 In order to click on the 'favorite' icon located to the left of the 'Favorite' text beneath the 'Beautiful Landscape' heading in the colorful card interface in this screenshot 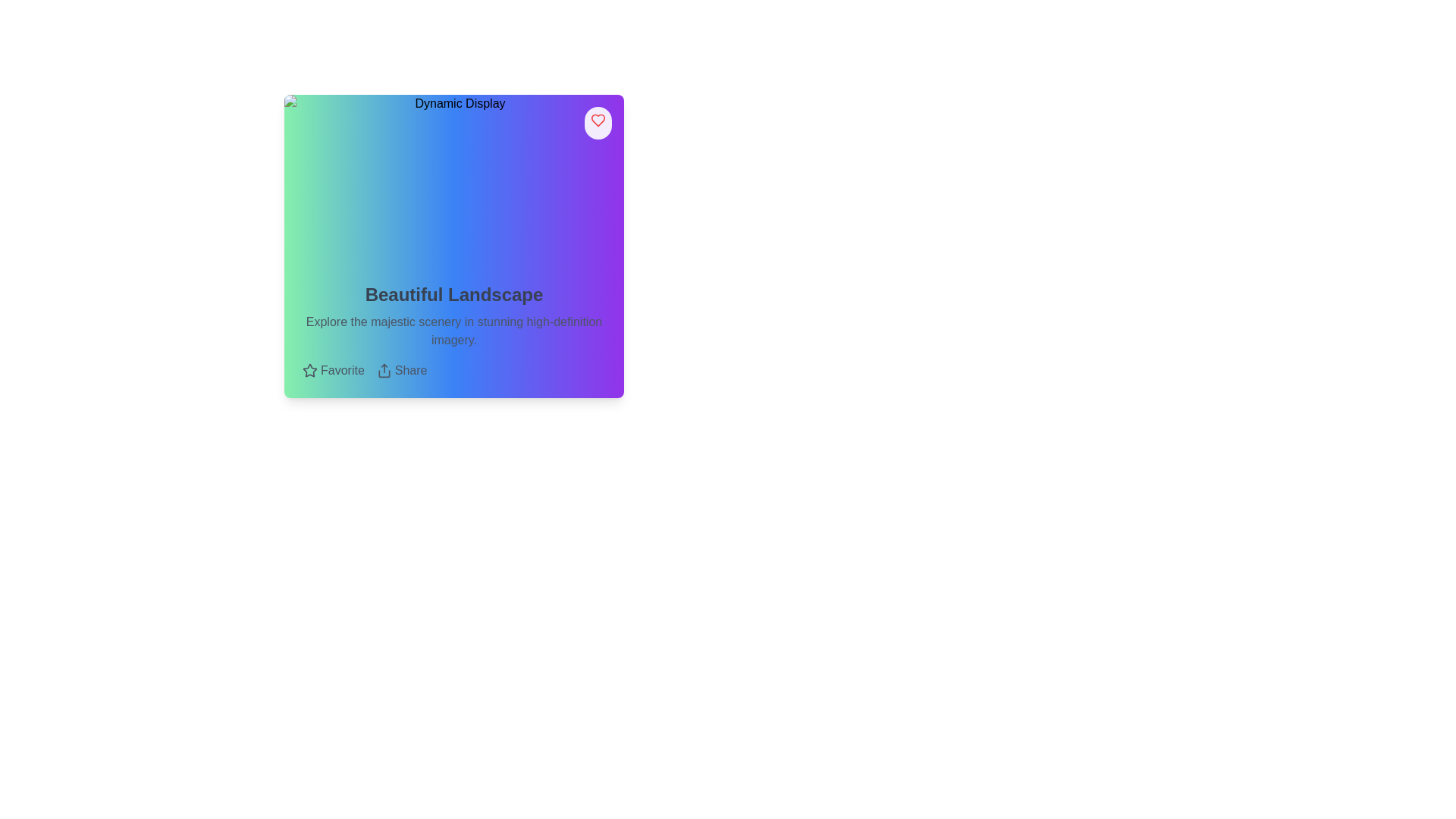, I will do `click(309, 371)`.